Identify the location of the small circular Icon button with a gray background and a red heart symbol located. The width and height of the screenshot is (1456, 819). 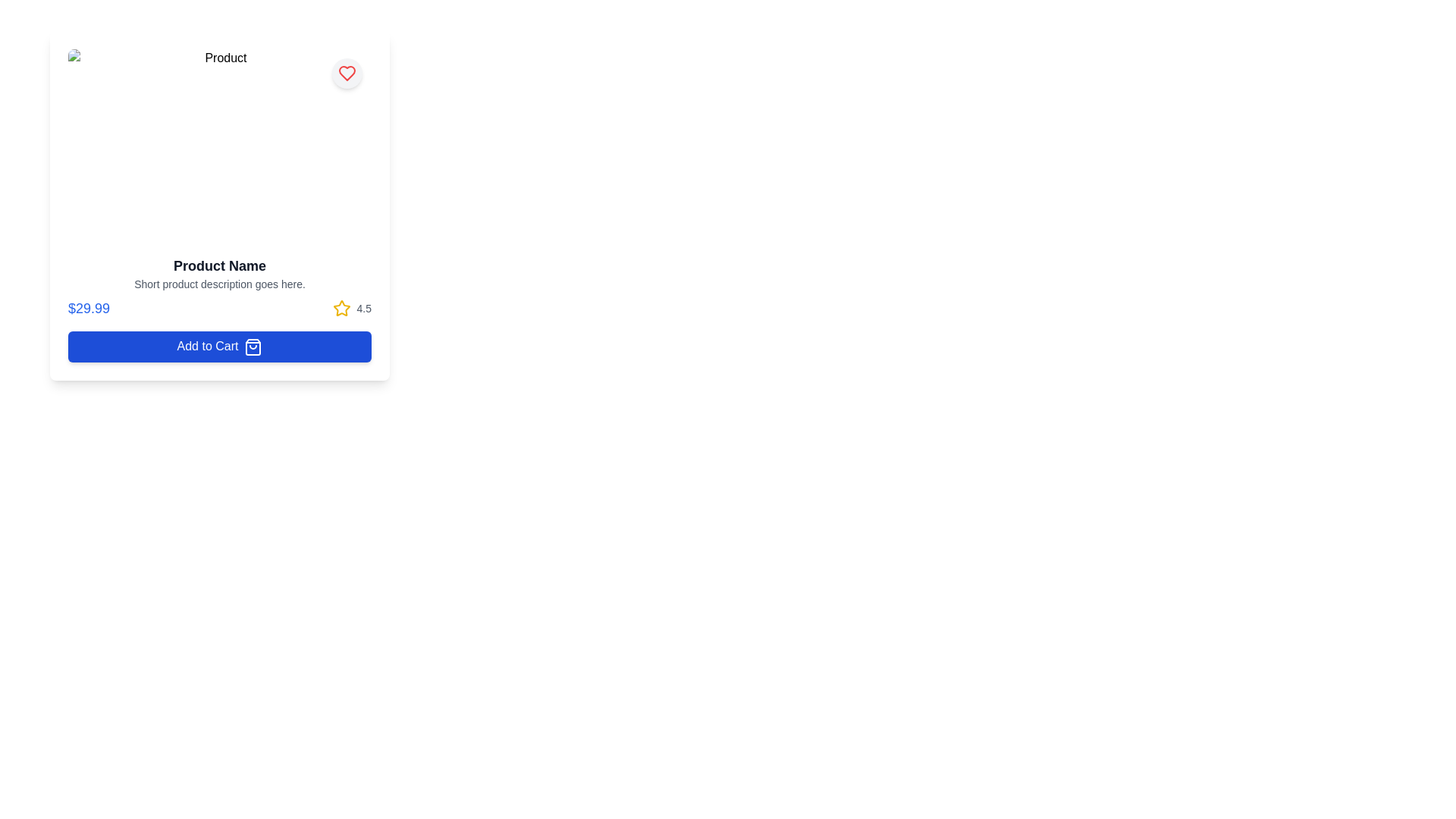
(346, 73).